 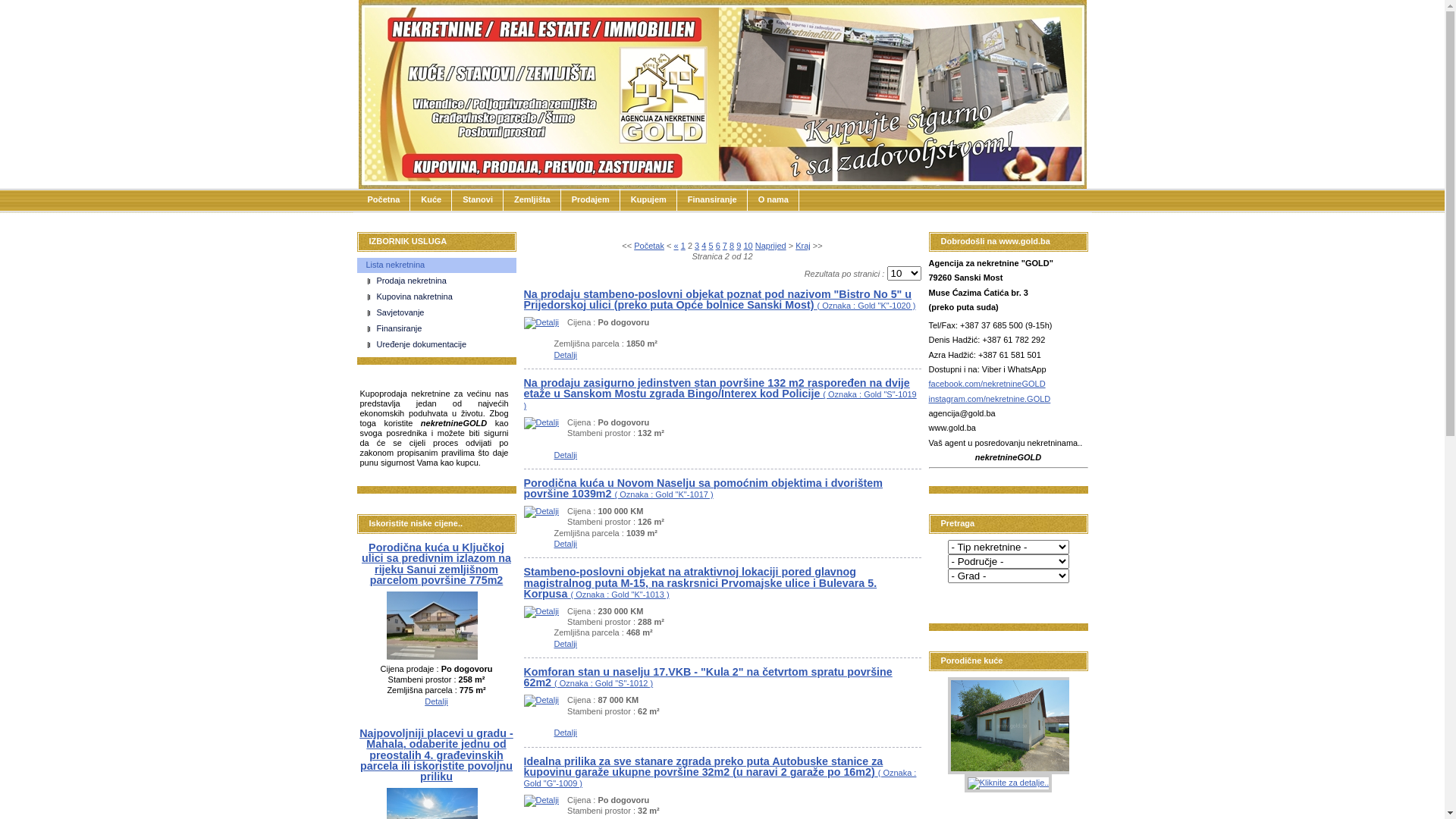 What do you see at coordinates (440, 312) in the screenshot?
I see `'Savjetovanje'` at bounding box center [440, 312].